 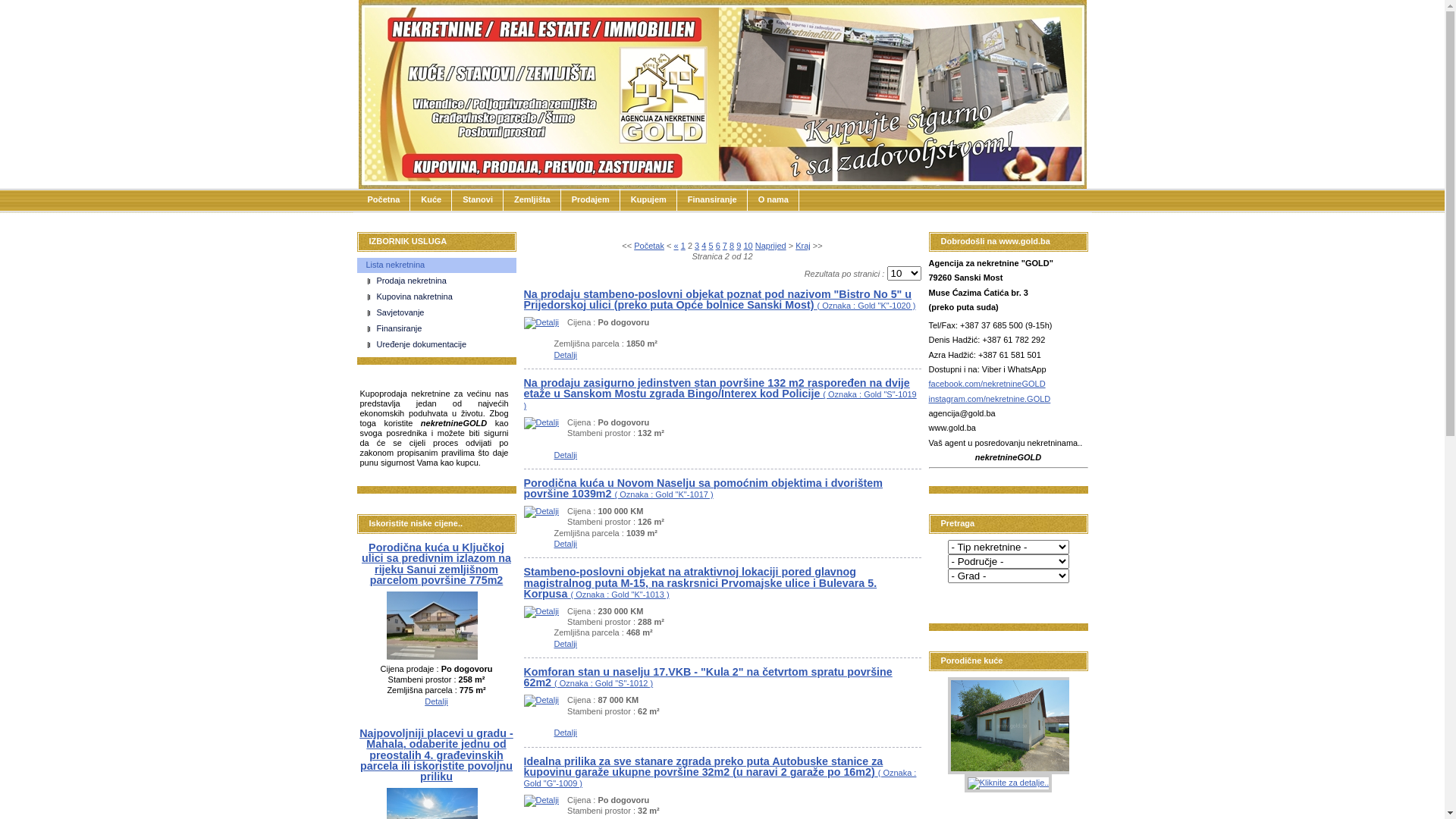 What do you see at coordinates (440, 312) in the screenshot?
I see `'Savjetovanje'` at bounding box center [440, 312].